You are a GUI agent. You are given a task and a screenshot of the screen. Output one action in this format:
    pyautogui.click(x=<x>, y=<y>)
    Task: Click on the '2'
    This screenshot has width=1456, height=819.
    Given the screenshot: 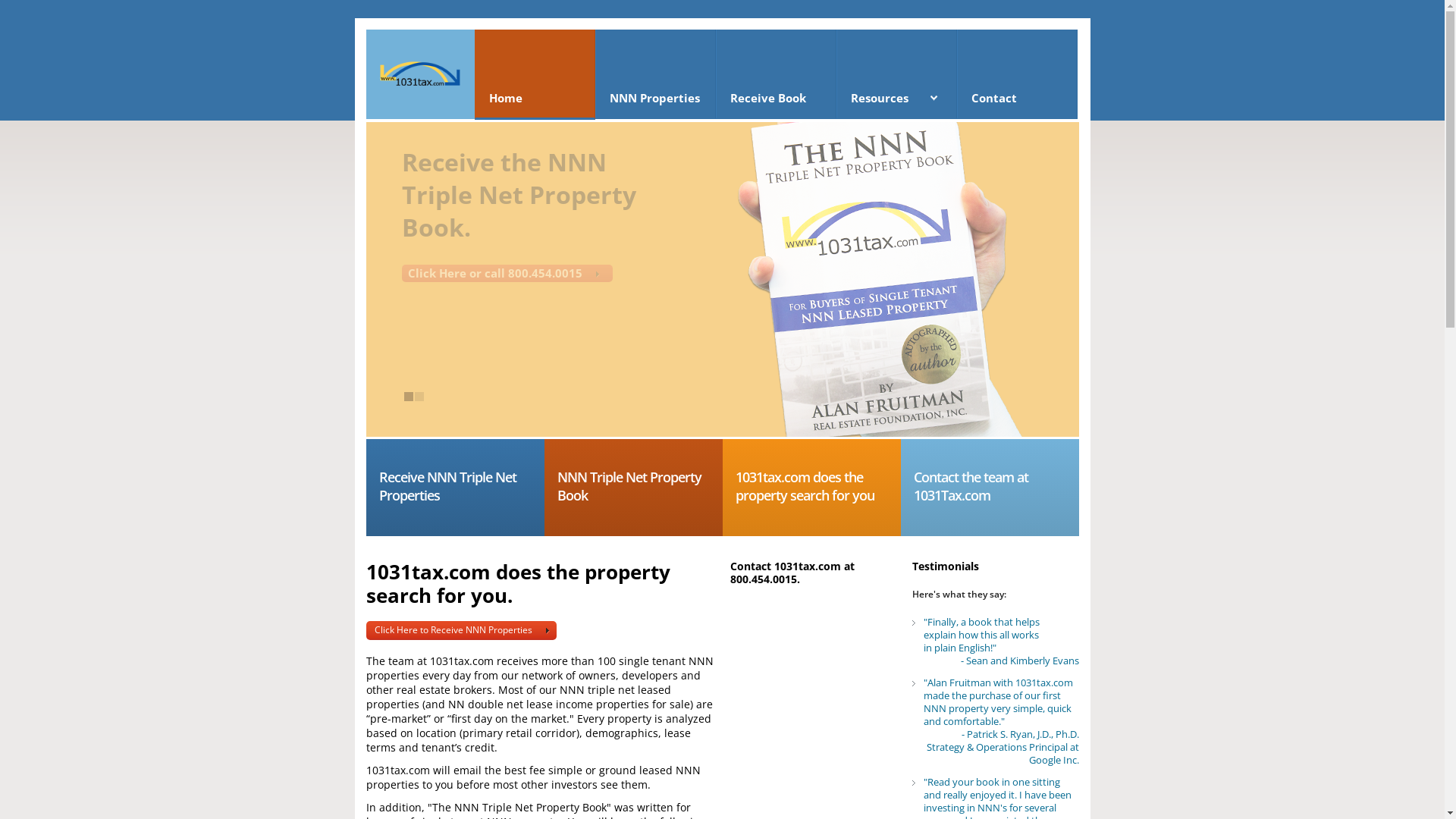 What is the action you would take?
    pyautogui.click(x=414, y=396)
    